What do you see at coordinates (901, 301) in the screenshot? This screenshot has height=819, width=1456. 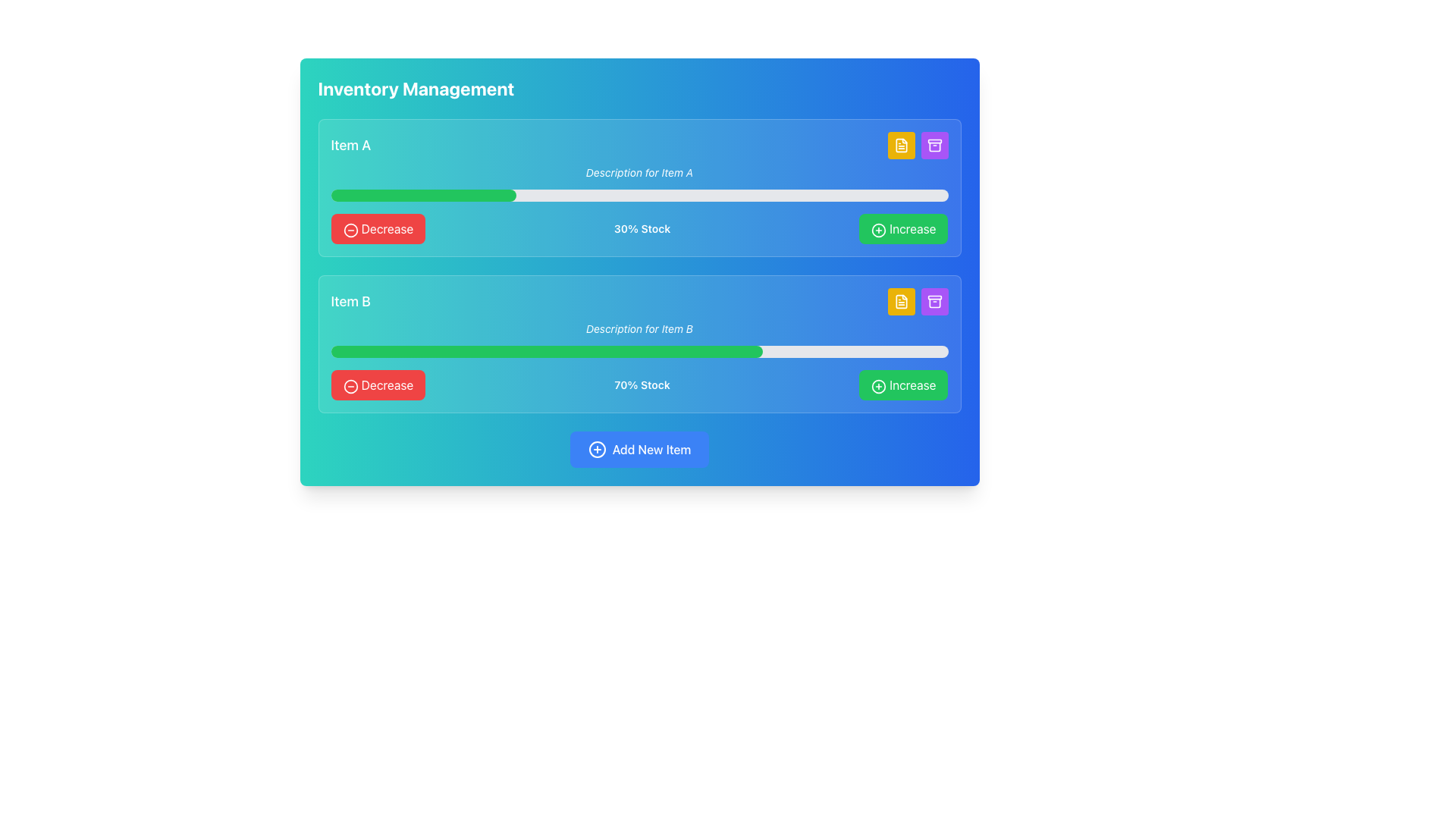 I see `the action button associated with Item B, located to the right of the green 'Increase' button and slightly below the progress bar` at bounding box center [901, 301].